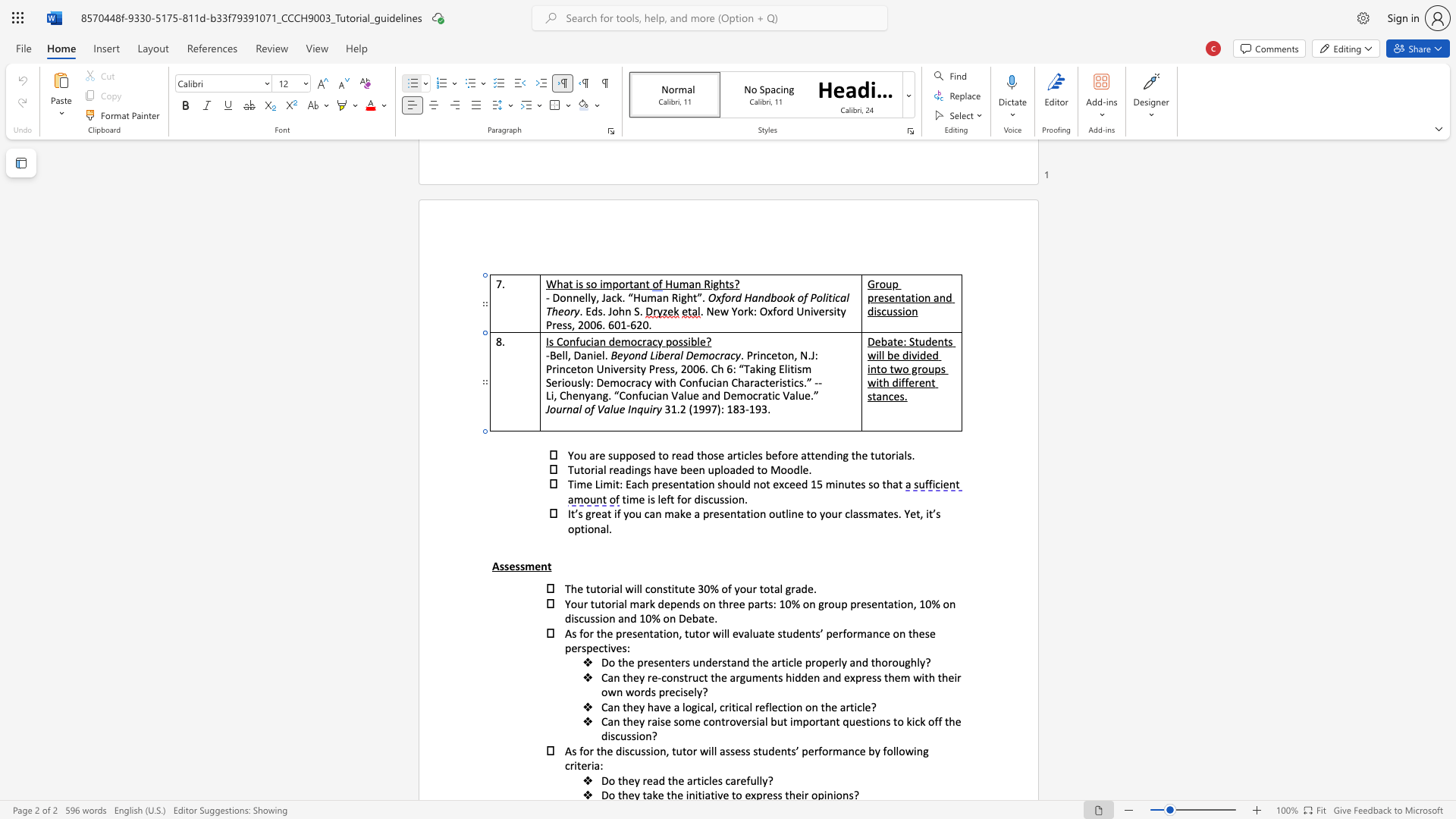 Image resolution: width=1456 pixels, height=819 pixels. Describe the element at coordinates (704, 484) in the screenshot. I see `the 1th character "o" in the text` at that location.